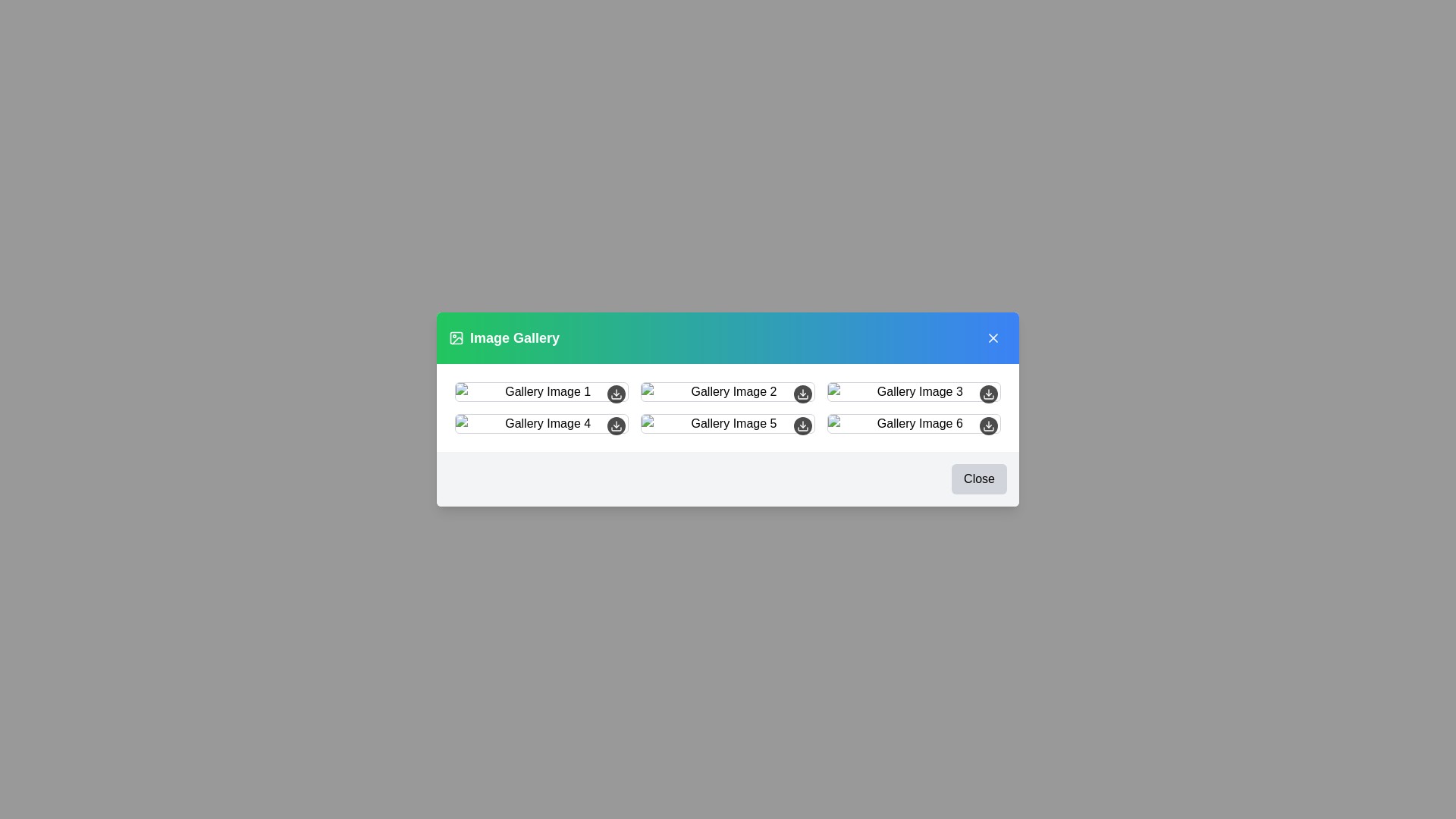  What do you see at coordinates (801, 394) in the screenshot?
I see `the download button for image 2` at bounding box center [801, 394].